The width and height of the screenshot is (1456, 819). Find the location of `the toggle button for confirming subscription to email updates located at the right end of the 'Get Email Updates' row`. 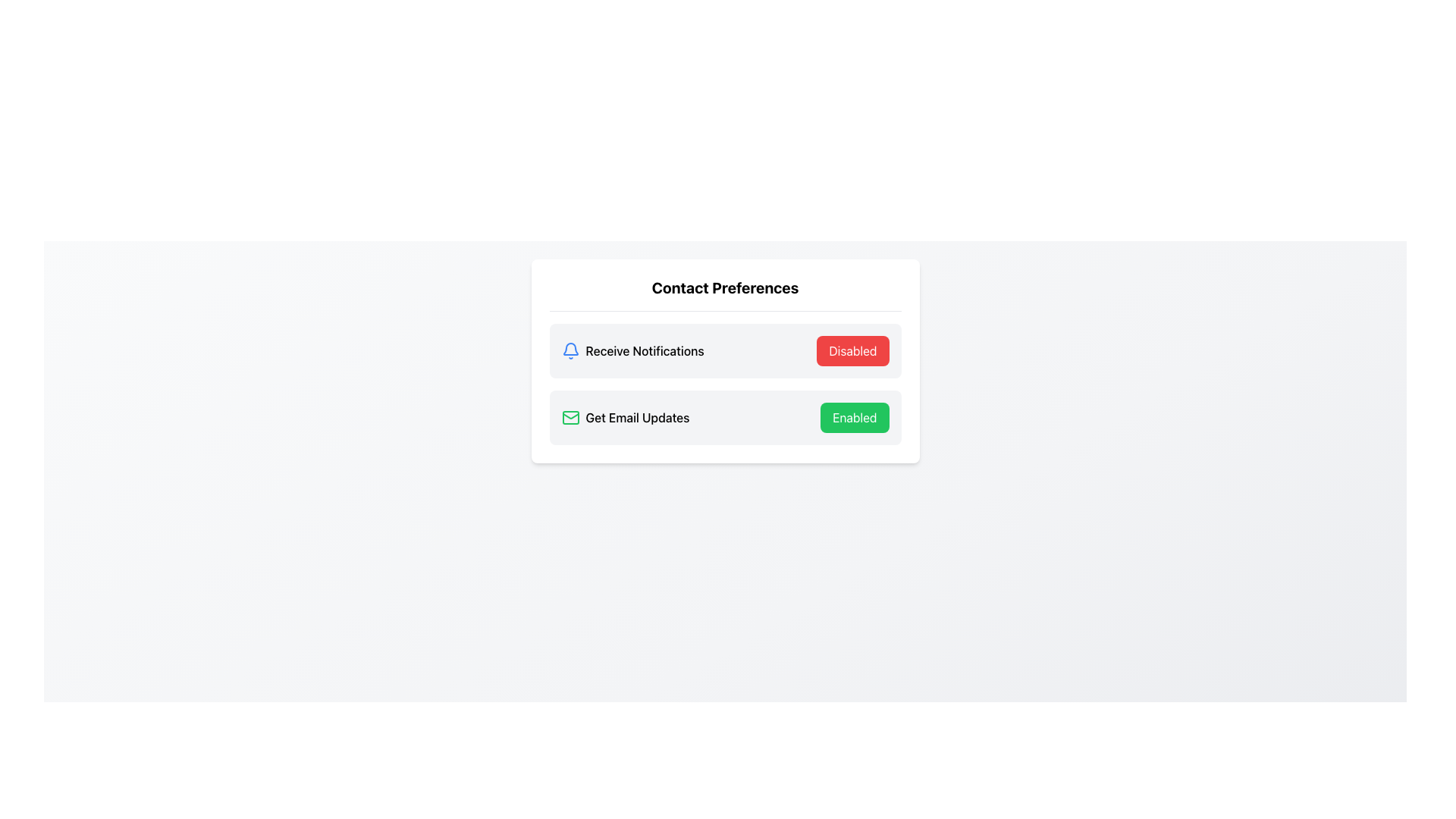

the toggle button for confirming subscription to email updates located at the right end of the 'Get Email Updates' row is located at coordinates (855, 418).